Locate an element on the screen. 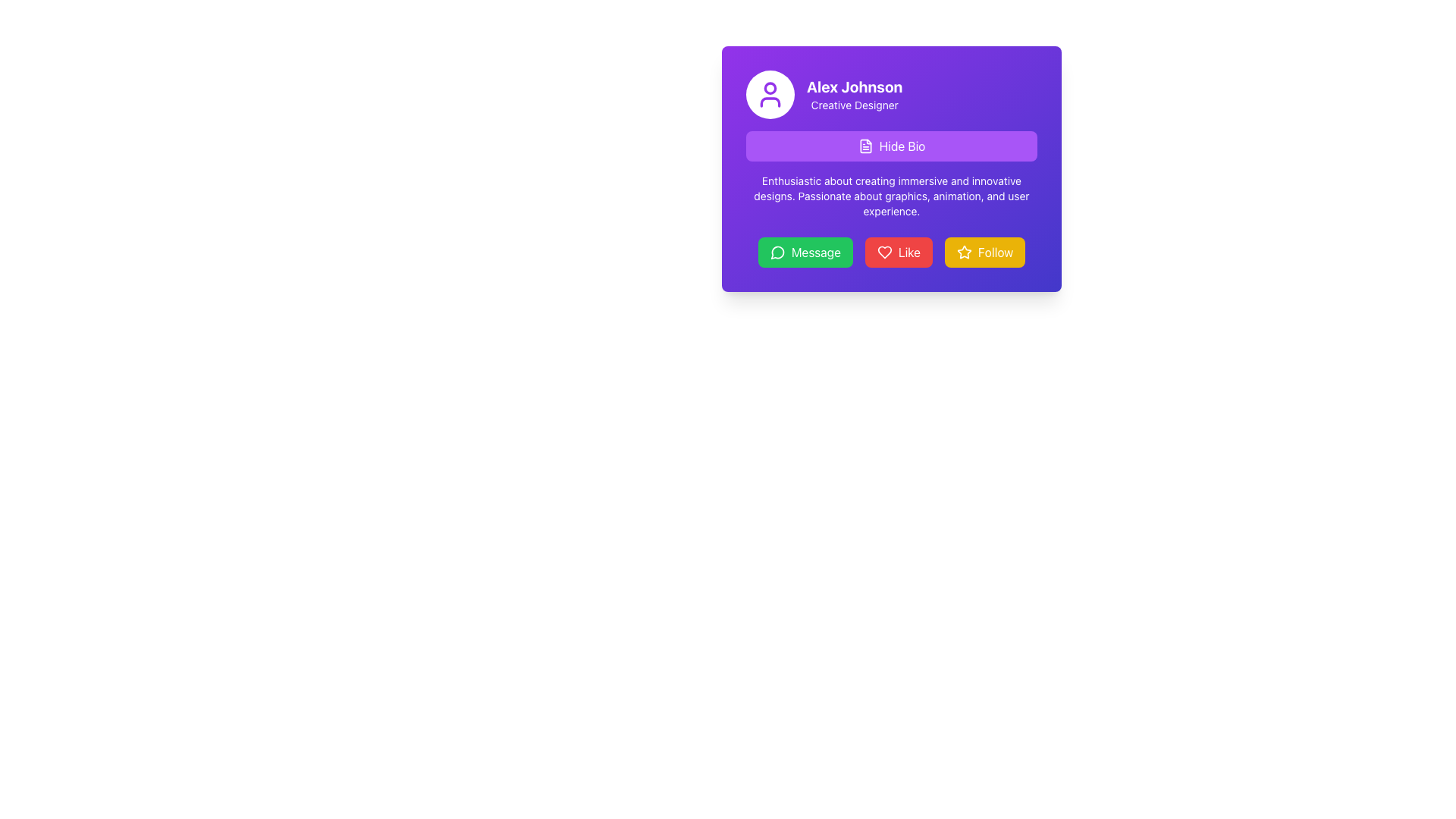 This screenshot has width=1456, height=819. the star icon with a hollow design and golden yellow color within the 'Follow' button, located in the third slot of the action buttons at the bottom of the profile card is located at coordinates (963, 251).